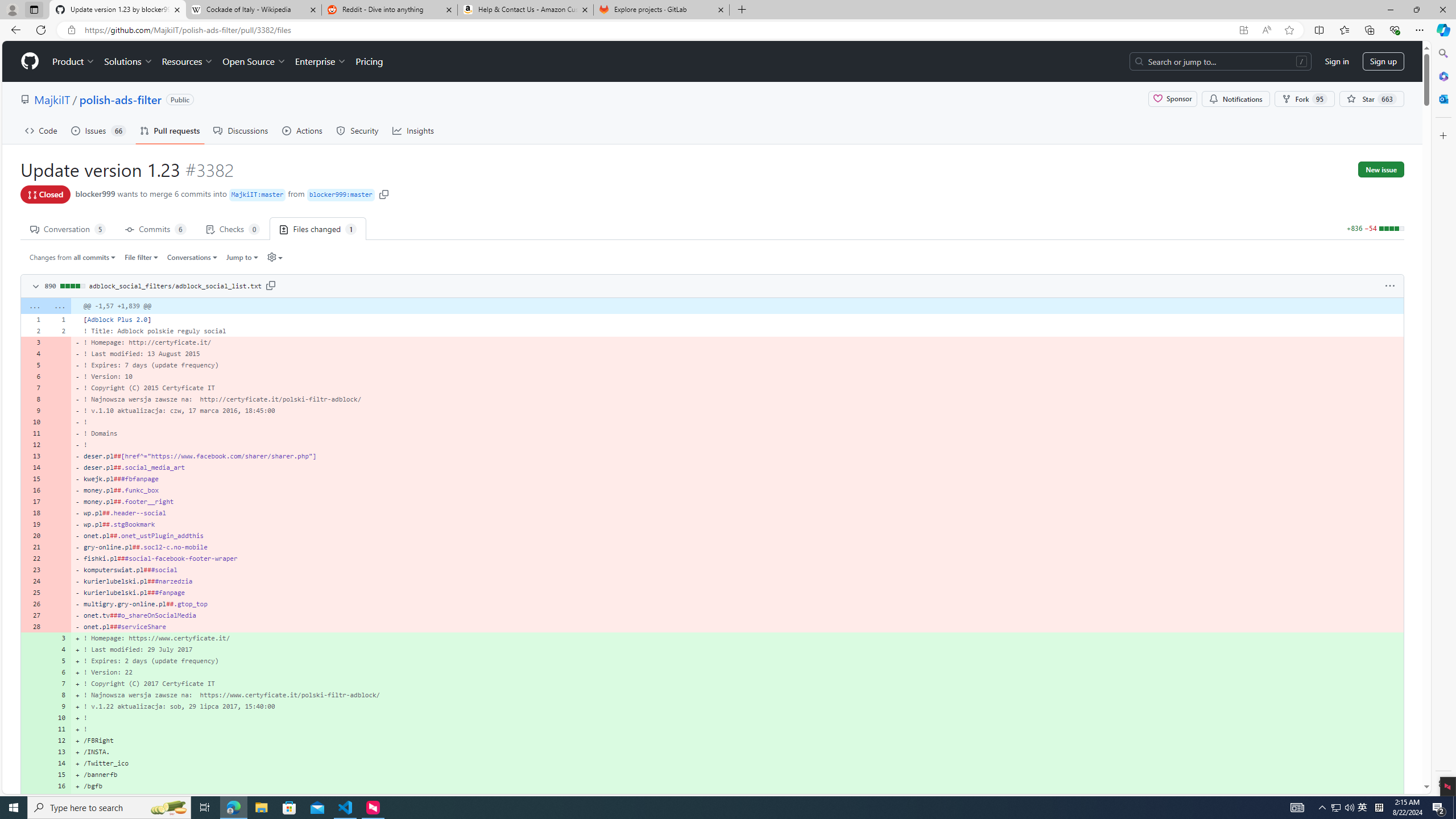  I want to click on 'Enterprise', so click(320, 61).